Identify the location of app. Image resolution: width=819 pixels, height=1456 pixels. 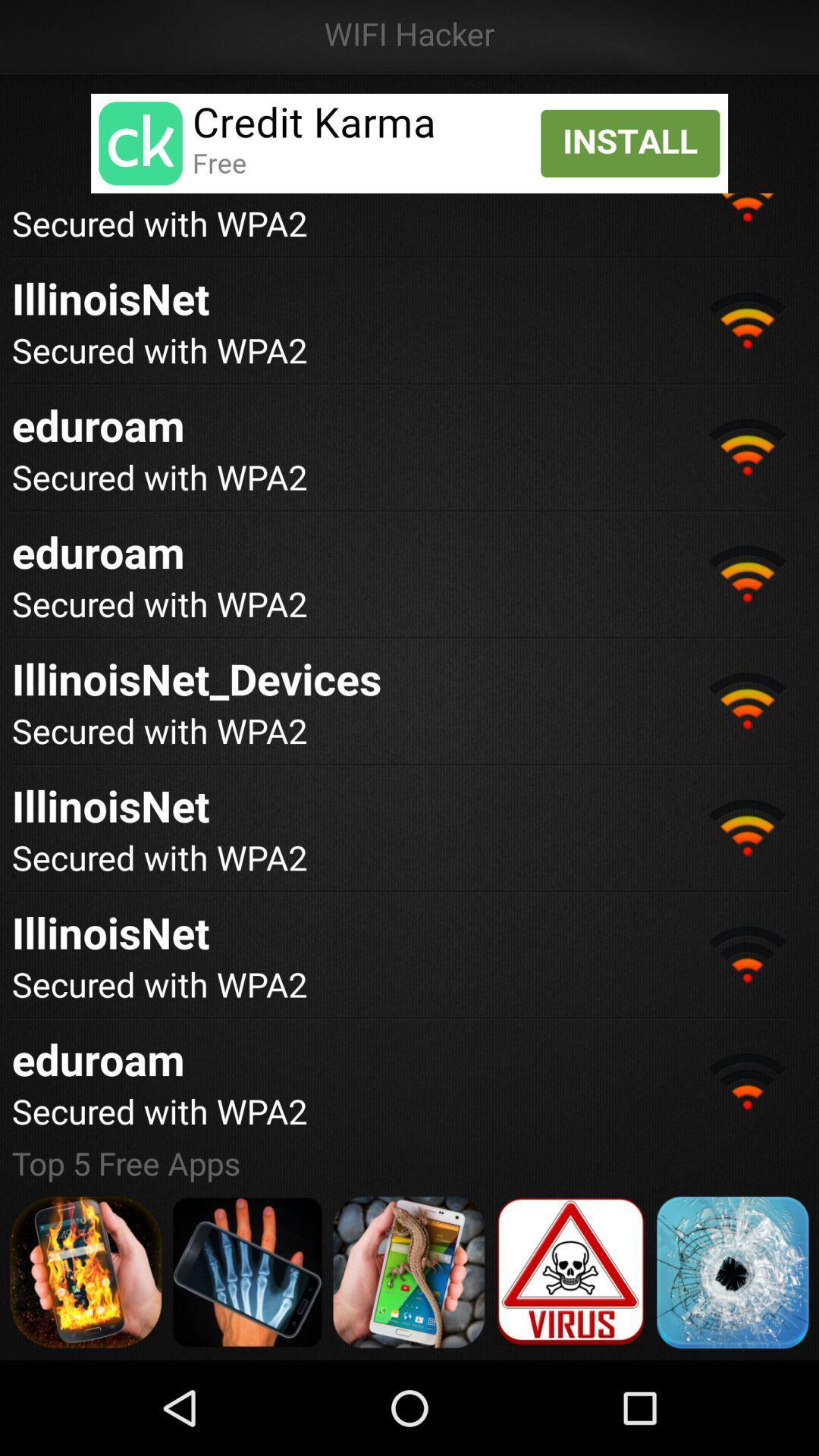
(732, 1272).